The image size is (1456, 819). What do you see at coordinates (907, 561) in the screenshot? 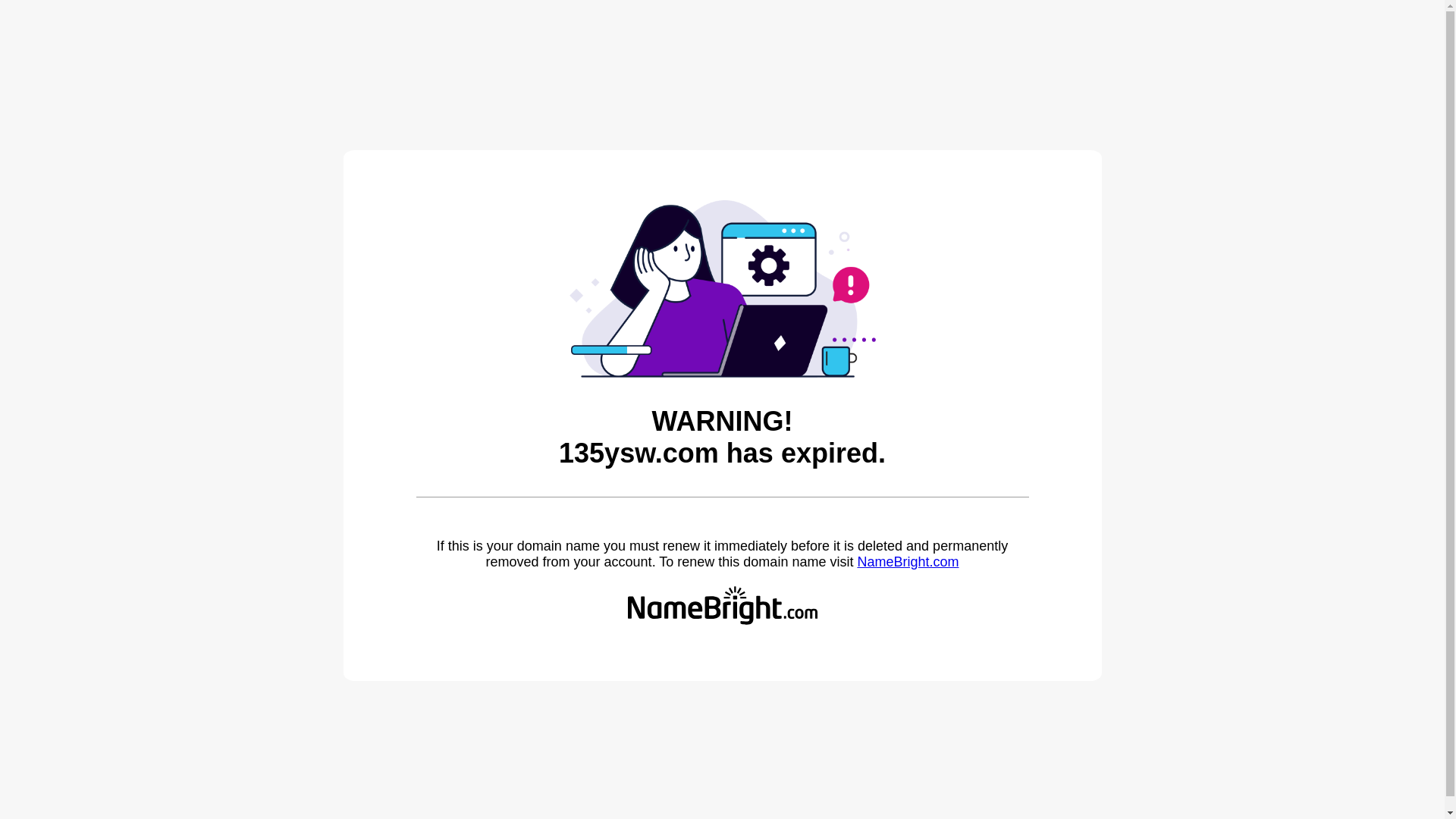
I see `'NameBright.com'` at bounding box center [907, 561].